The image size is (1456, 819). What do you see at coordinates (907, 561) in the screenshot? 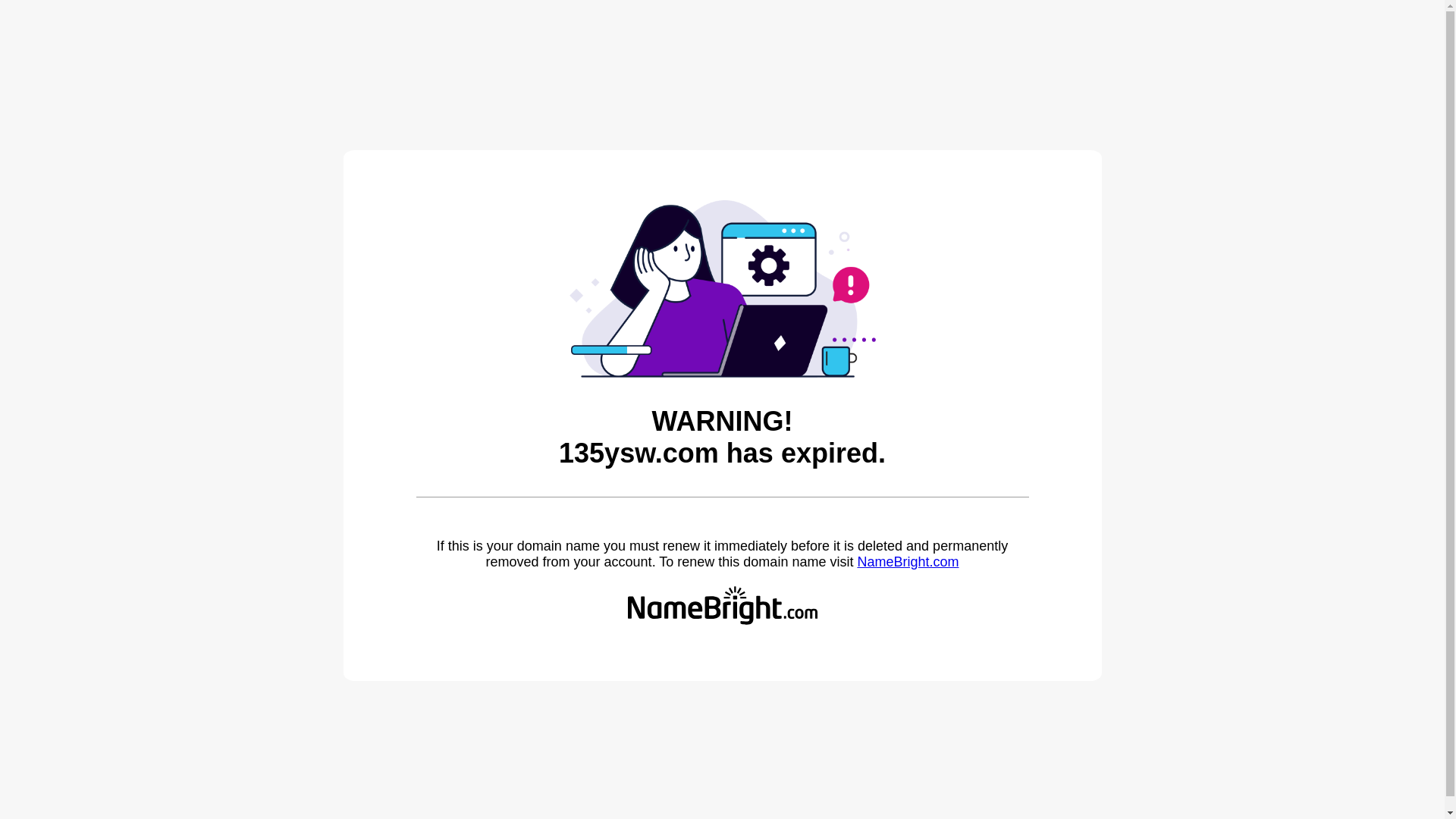
I see `'NameBright.com'` at bounding box center [907, 561].